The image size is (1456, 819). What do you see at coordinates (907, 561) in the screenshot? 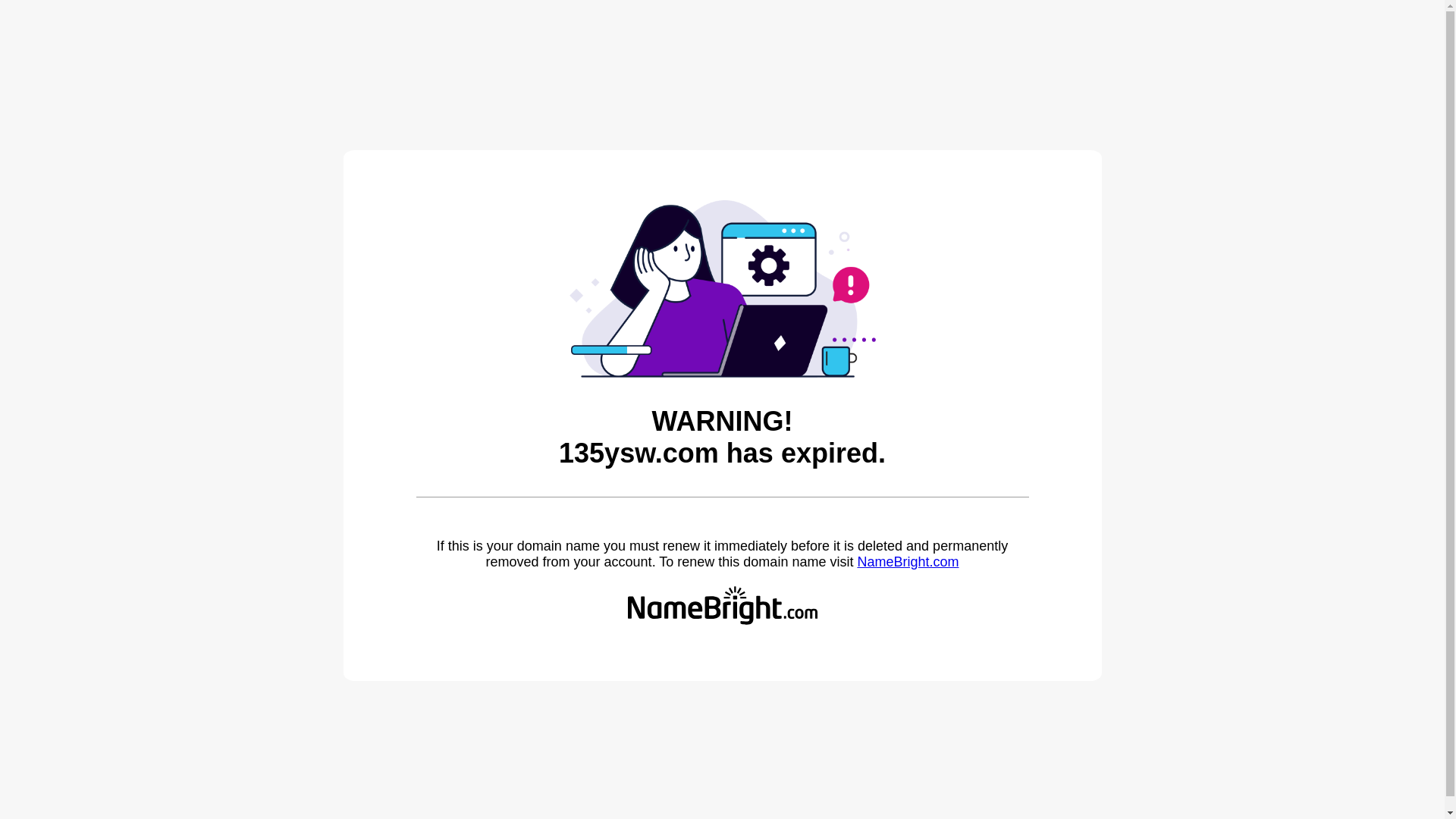
I see `'NameBright.com'` at bounding box center [907, 561].